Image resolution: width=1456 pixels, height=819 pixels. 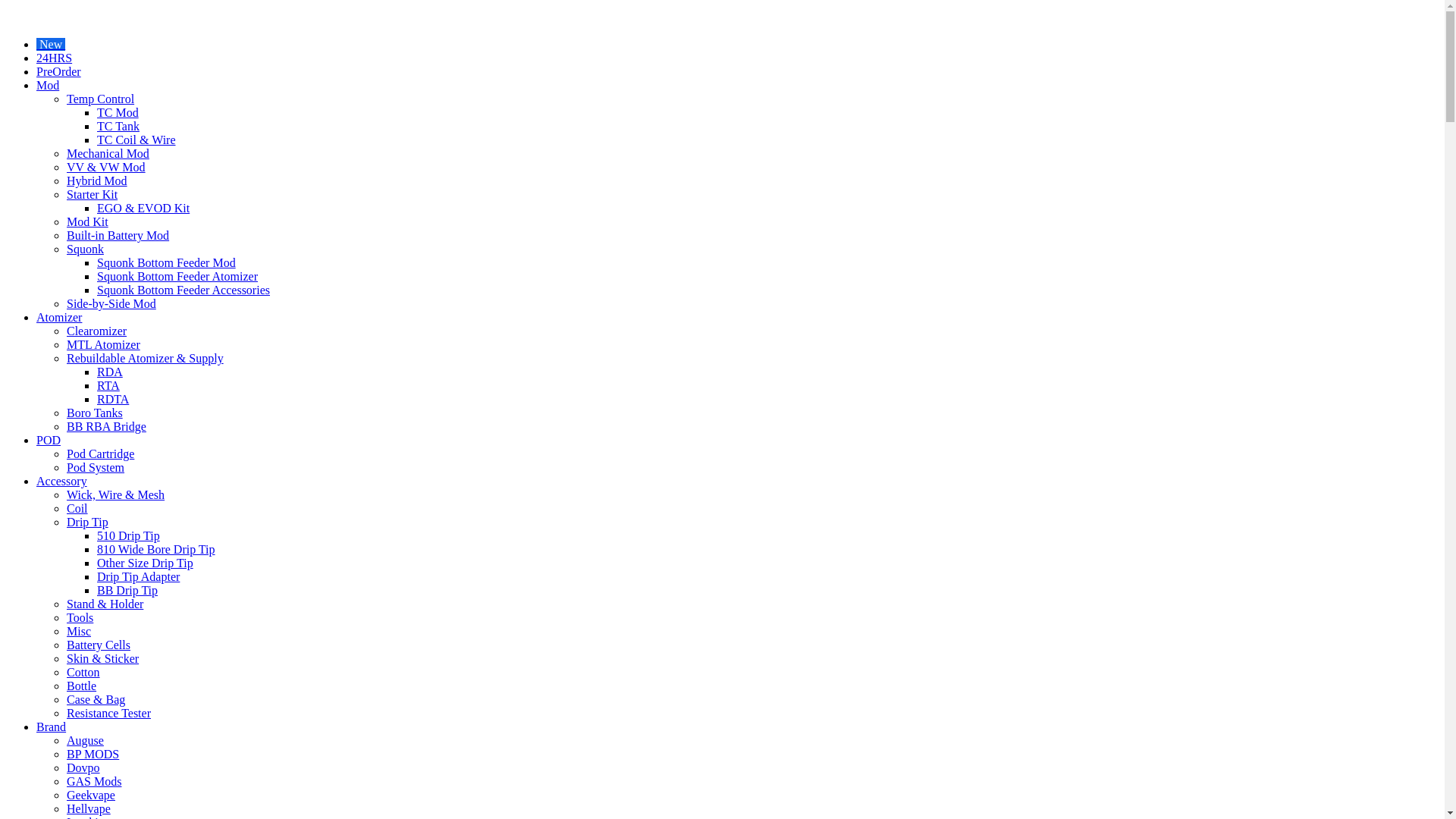 I want to click on 'Dovpo', so click(x=83, y=767).